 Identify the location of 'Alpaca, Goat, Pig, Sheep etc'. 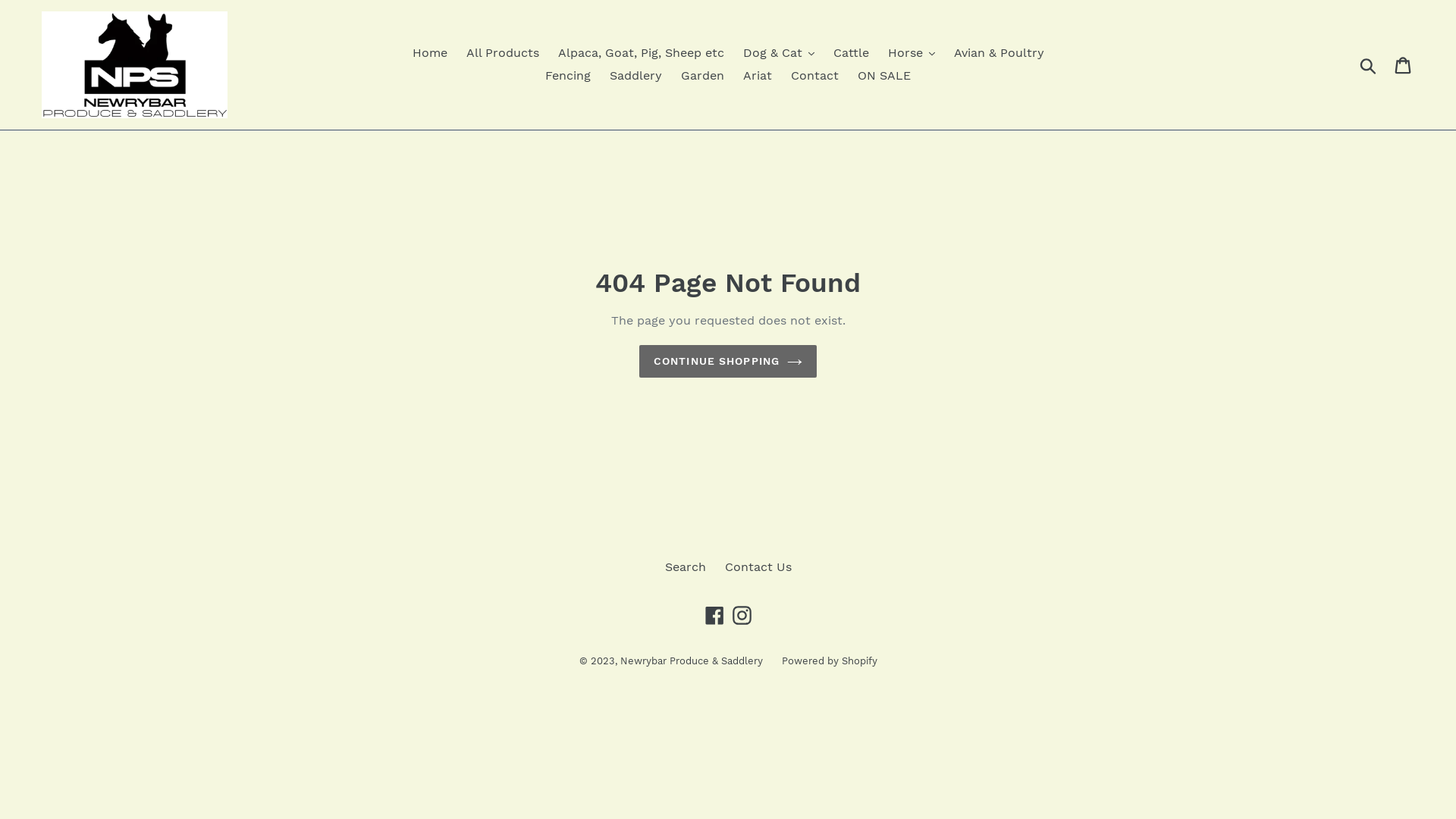
(641, 52).